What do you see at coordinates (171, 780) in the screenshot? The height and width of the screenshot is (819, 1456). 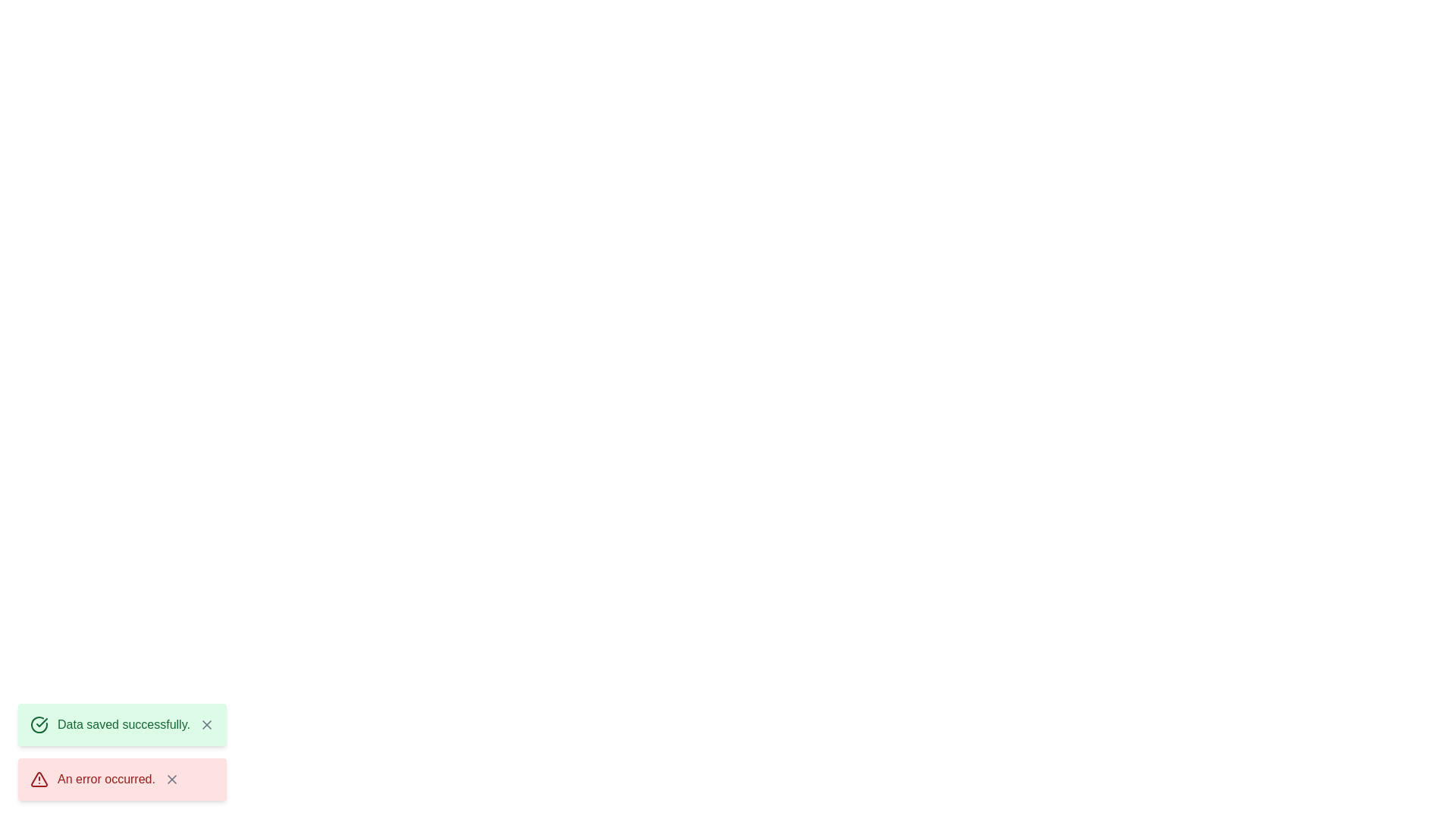 I see `the close button of the snackbar with message 'An error occurred.' to dismiss it` at bounding box center [171, 780].